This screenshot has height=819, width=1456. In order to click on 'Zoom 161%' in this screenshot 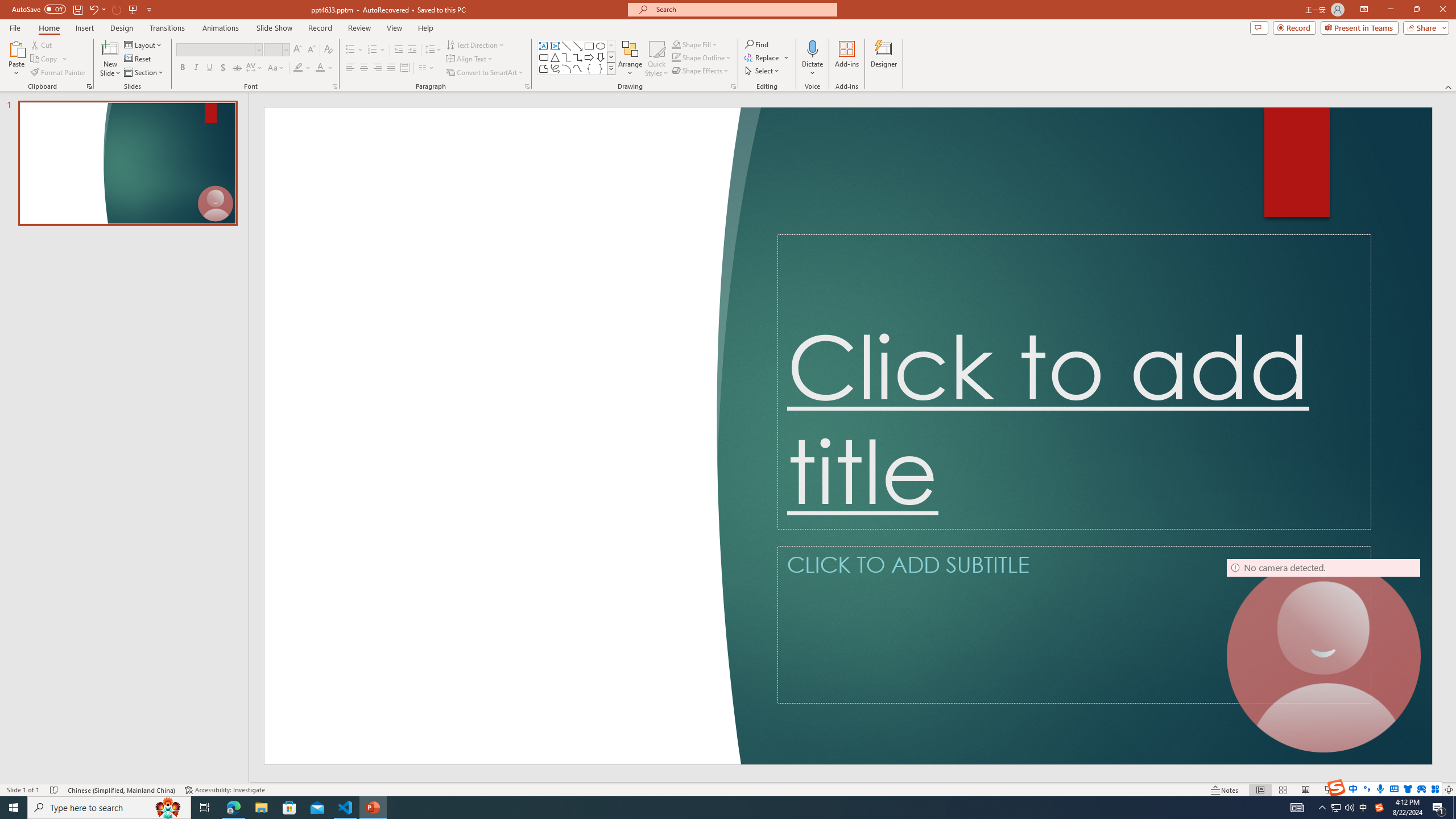, I will do `click(1430, 790)`.